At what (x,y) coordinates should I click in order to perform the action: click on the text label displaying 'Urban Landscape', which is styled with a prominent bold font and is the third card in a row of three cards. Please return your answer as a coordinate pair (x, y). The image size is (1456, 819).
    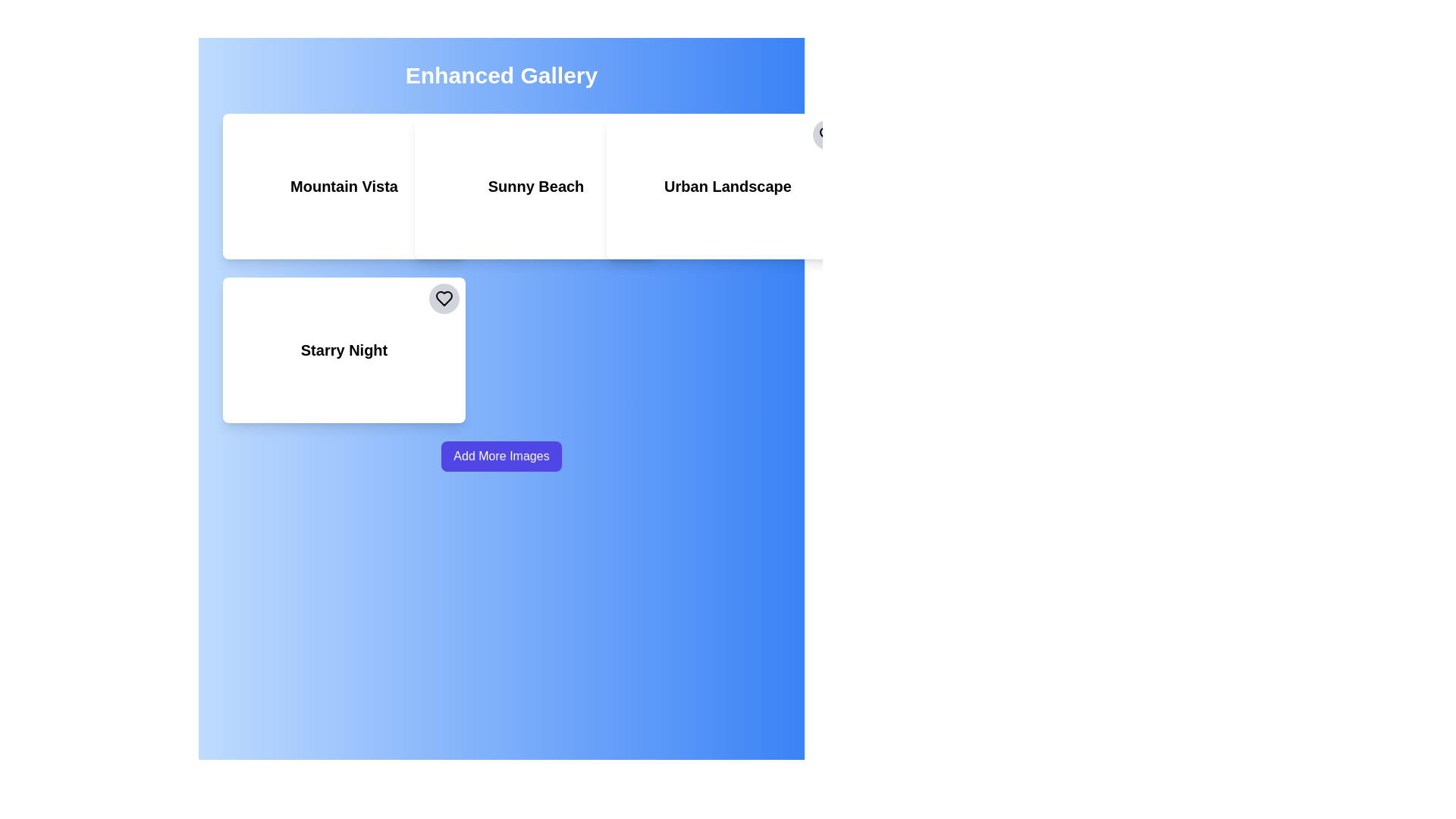
    Looking at the image, I should click on (728, 186).